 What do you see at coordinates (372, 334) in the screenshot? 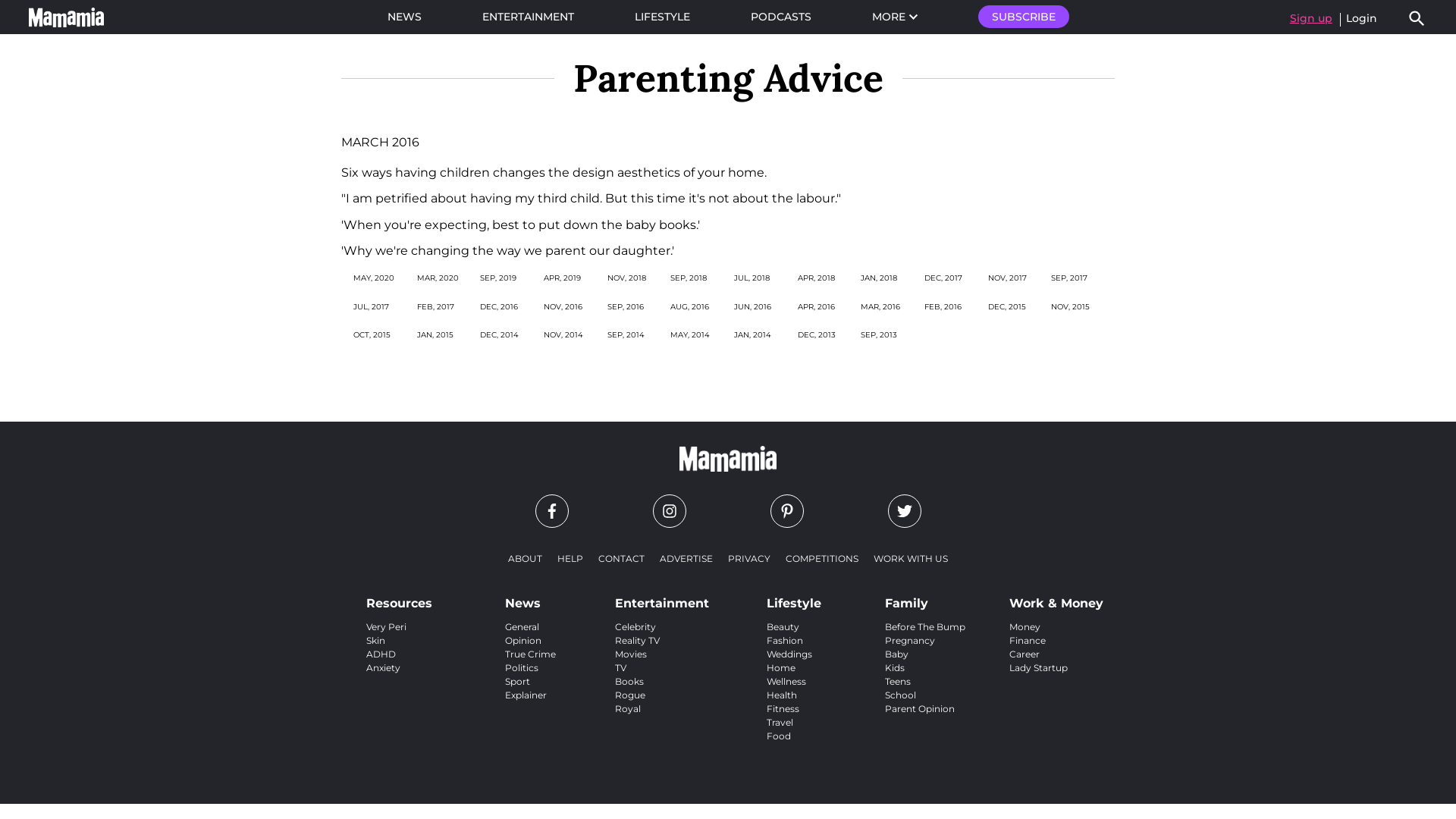
I see `'OCT, 2015'` at bounding box center [372, 334].